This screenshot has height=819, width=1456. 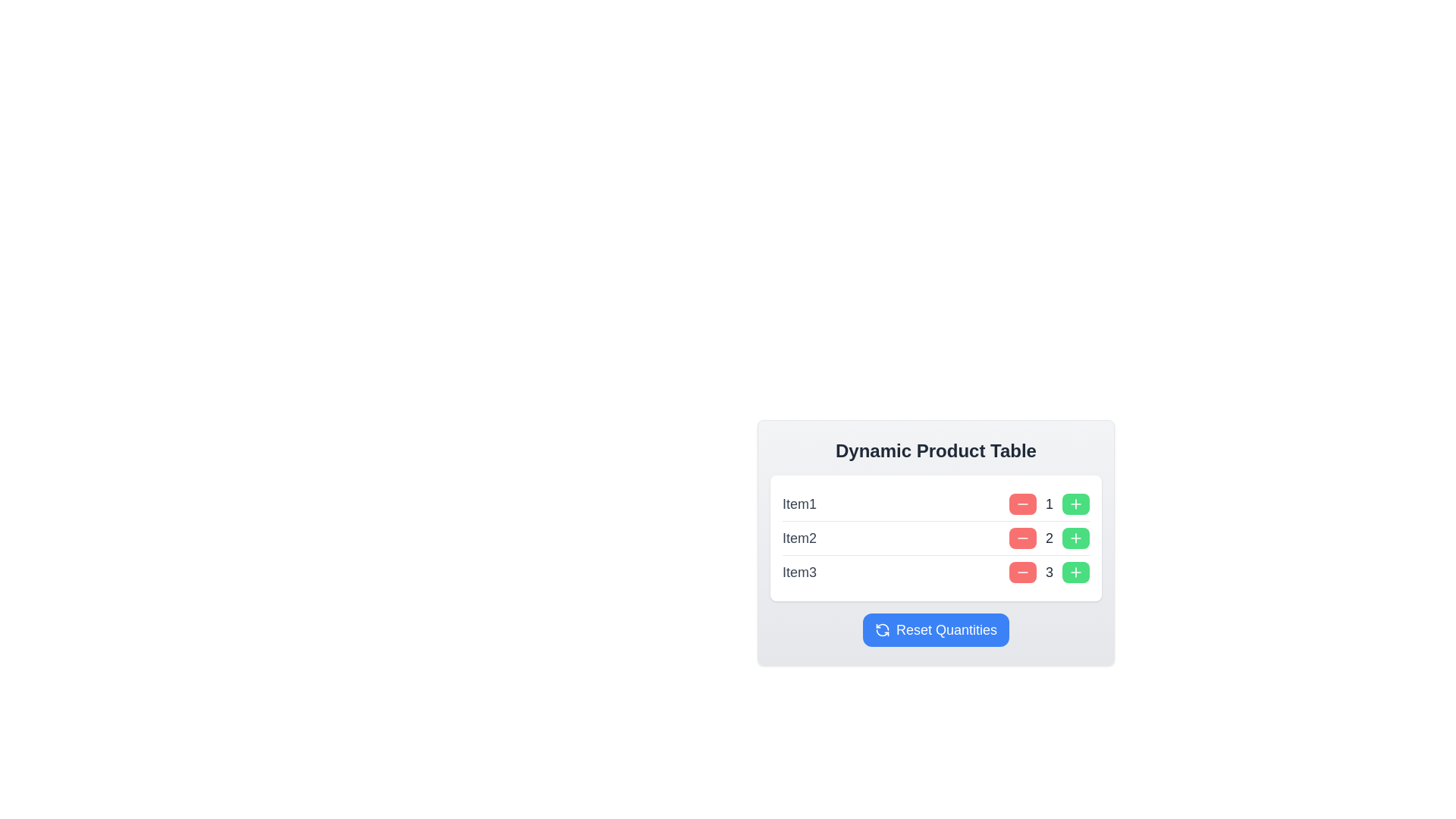 What do you see at coordinates (799, 573) in the screenshot?
I see `the text label representing the third item in the dynamic product table, located in the third row under 'Item1' and 'Item2'` at bounding box center [799, 573].